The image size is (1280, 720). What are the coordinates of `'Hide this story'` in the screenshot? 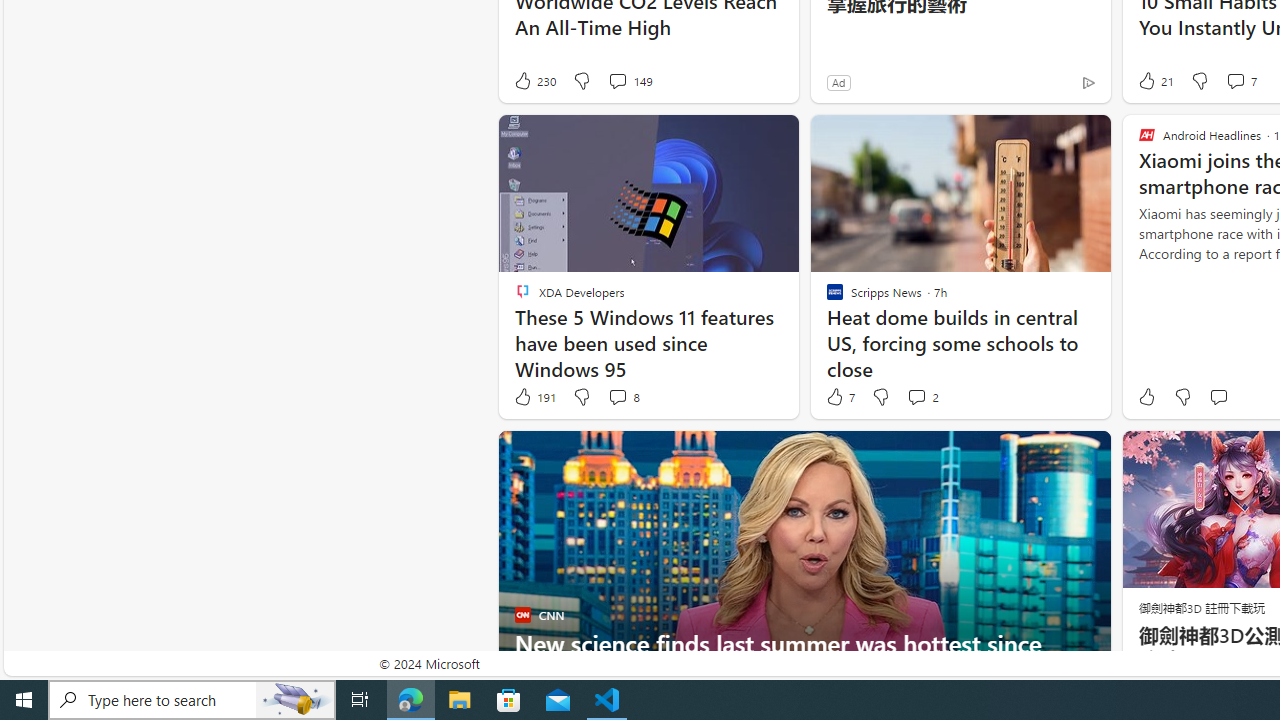 It's located at (1049, 455).